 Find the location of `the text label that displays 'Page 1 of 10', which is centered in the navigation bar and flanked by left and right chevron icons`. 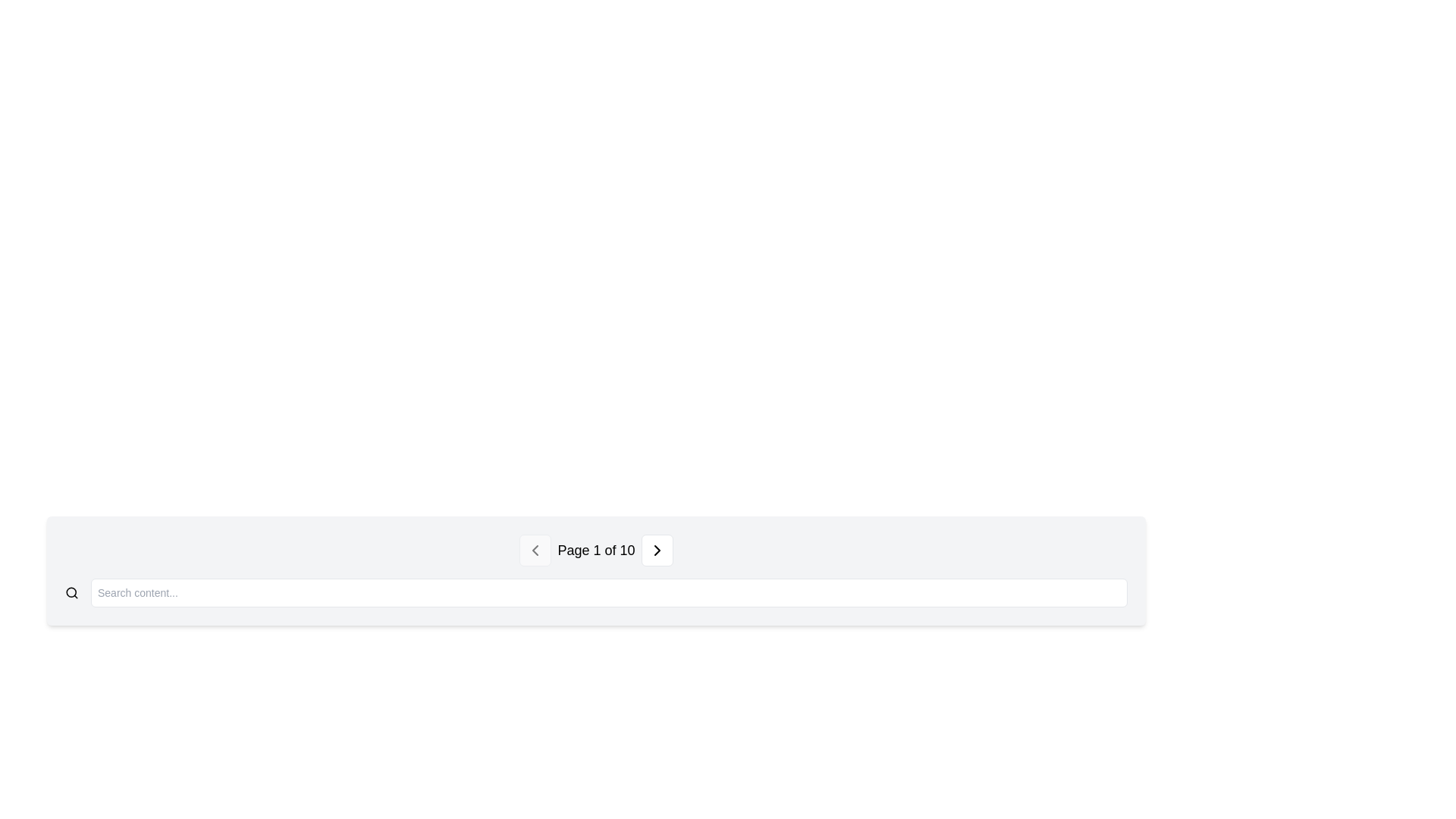

the text label that displays 'Page 1 of 10', which is centered in the navigation bar and flanked by left and right chevron icons is located at coordinates (595, 550).